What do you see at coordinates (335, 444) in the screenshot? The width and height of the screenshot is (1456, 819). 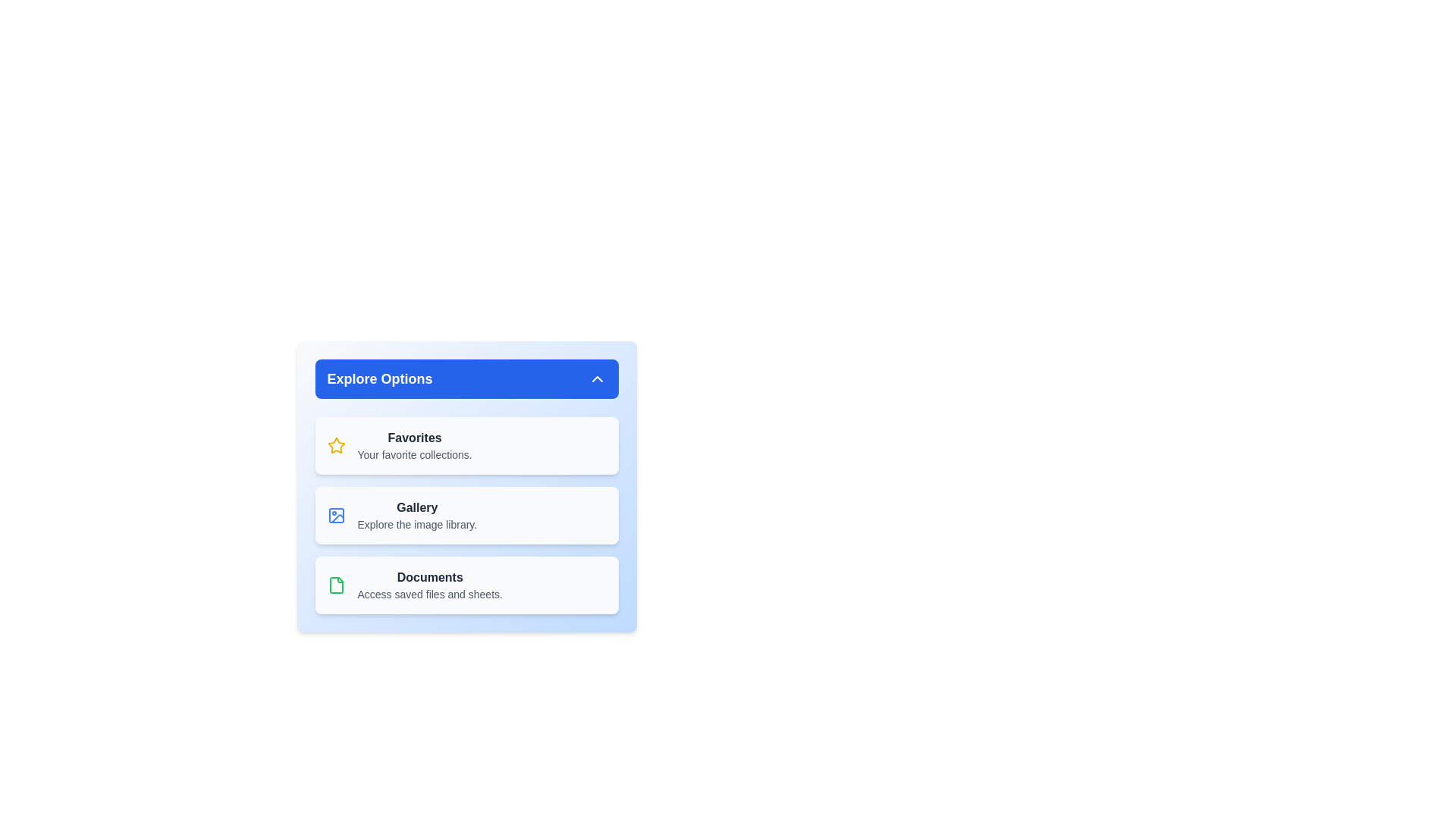 I see `the star icon representing the 'Favorites' section, located in the navigation panel under 'Explore Options', to the left of the 'Favorites' text` at bounding box center [335, 444].